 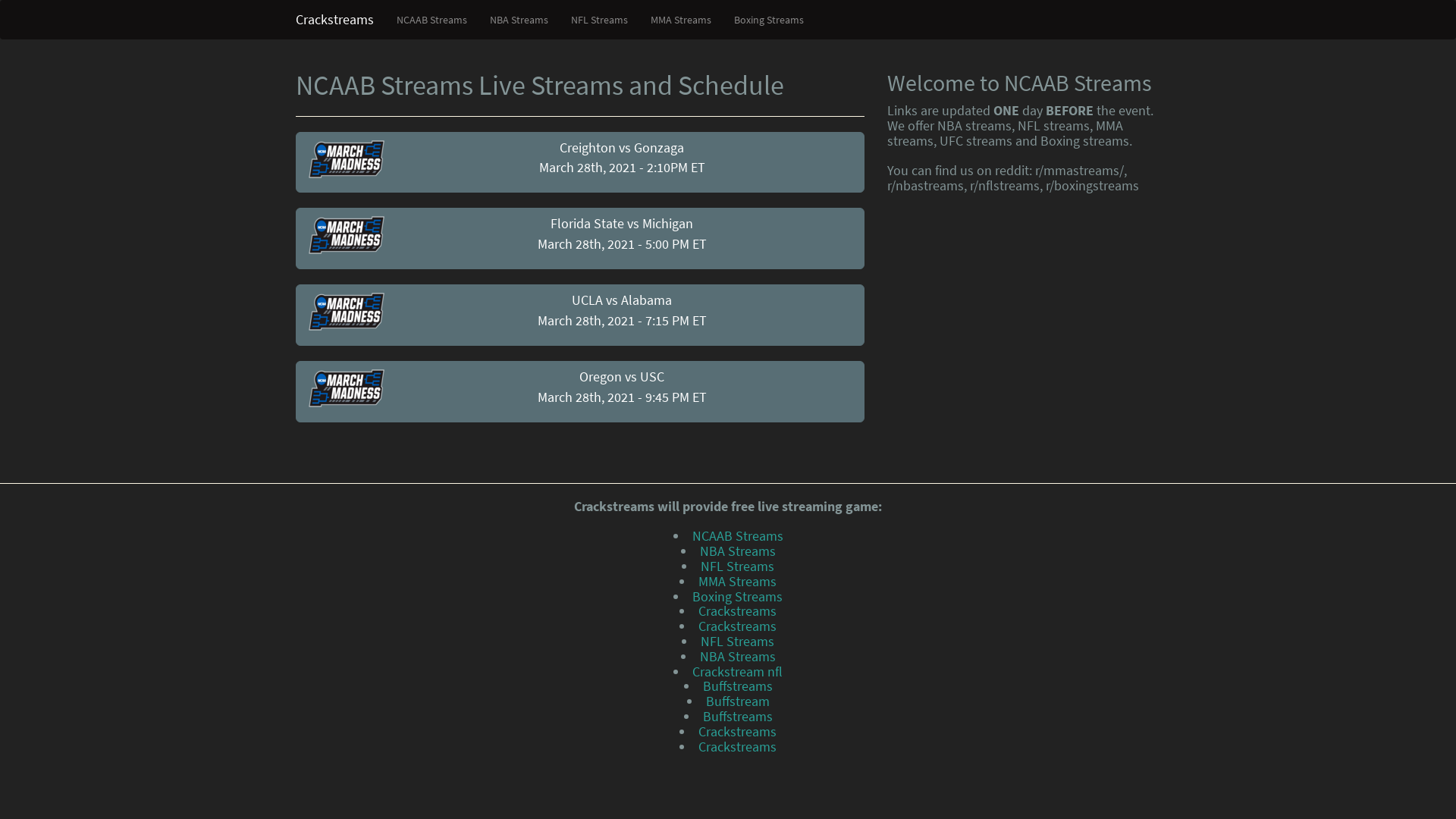 What do you see at coordinates (295, 238) in the screenshot?
I see `'Florida State vs Michigan` at bounding box center [295, 238].